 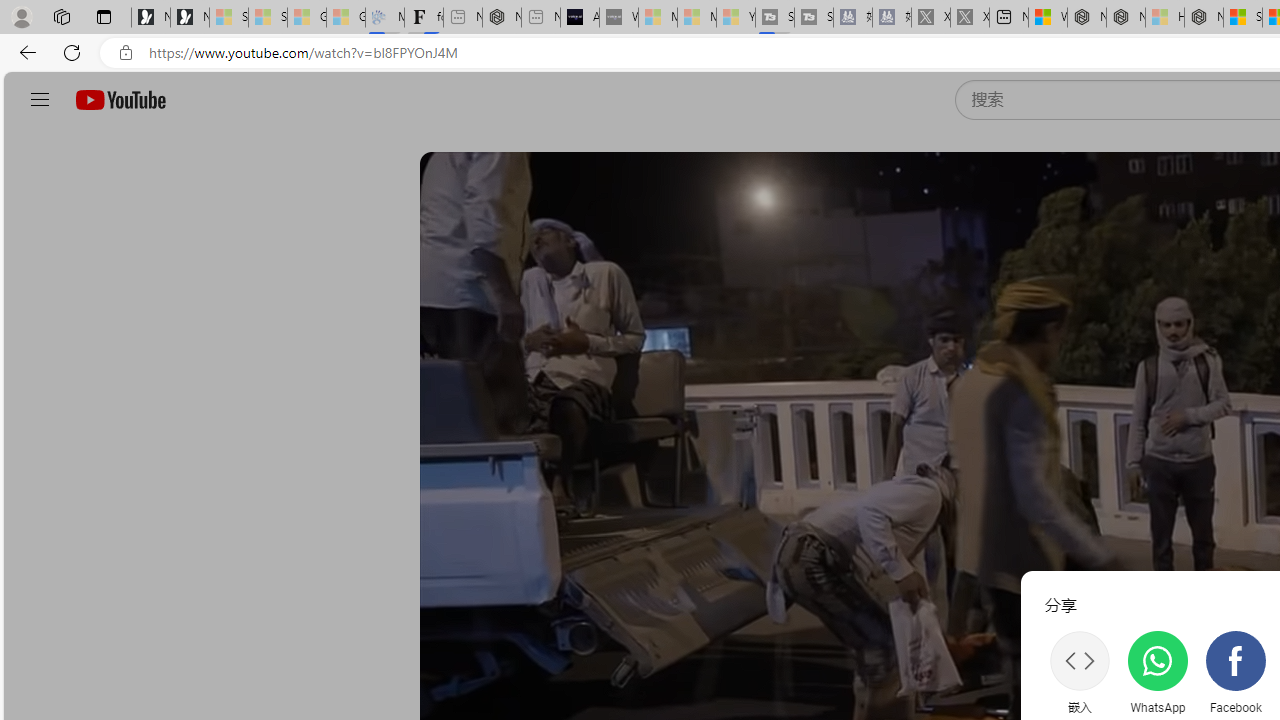 I want to click on 'Microsoft Start Sports - Sleeping', so click(x=657, y=17).